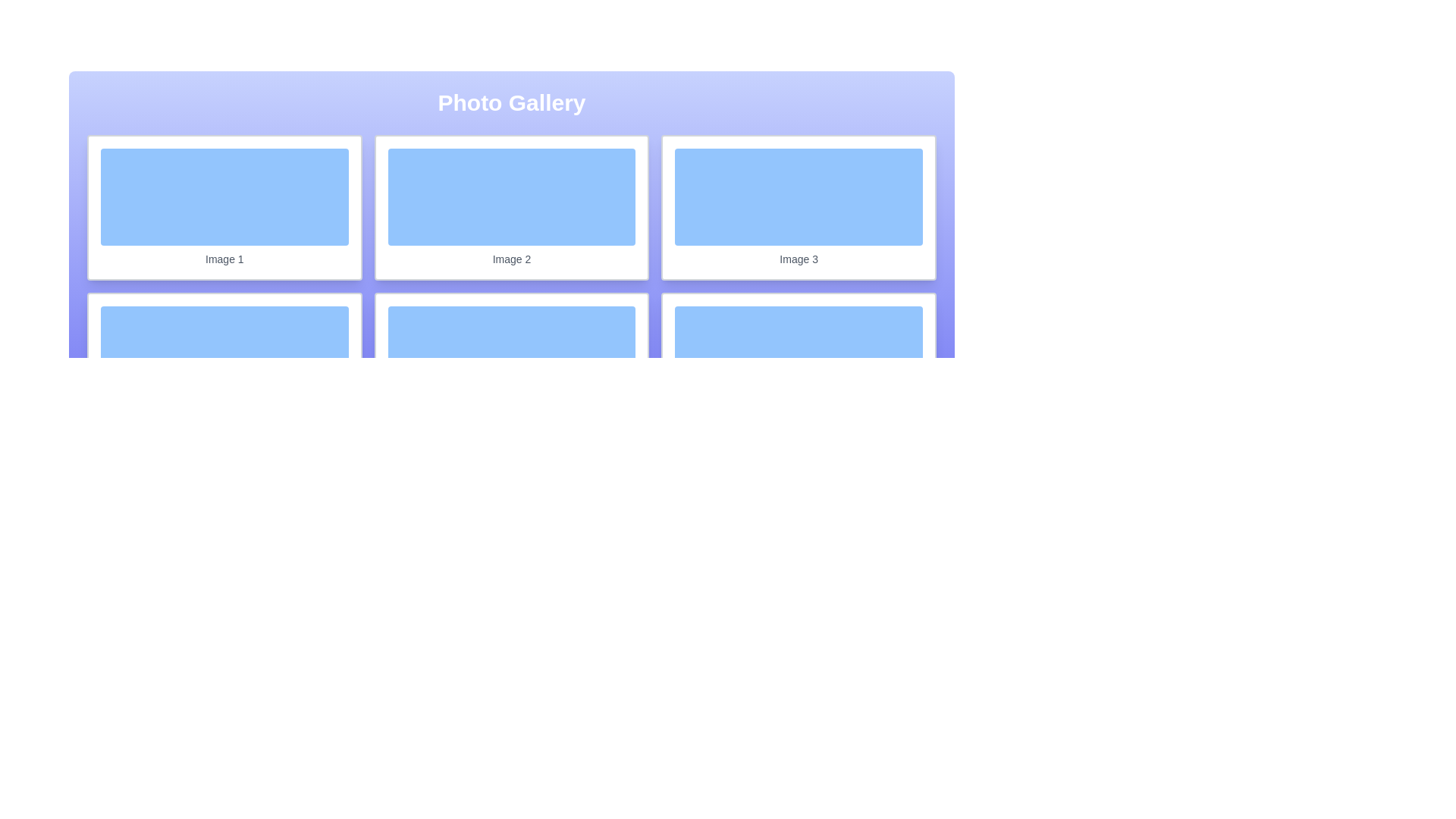 The width and height of the screenshot is (1456, 819). What do you see at coordinates (798, 366) in the screenshot?
I see `the static display card labeled 'Image 6', which is the sixth card in a grid layout located at the bottom-right position` at bounding box center [798, 366].